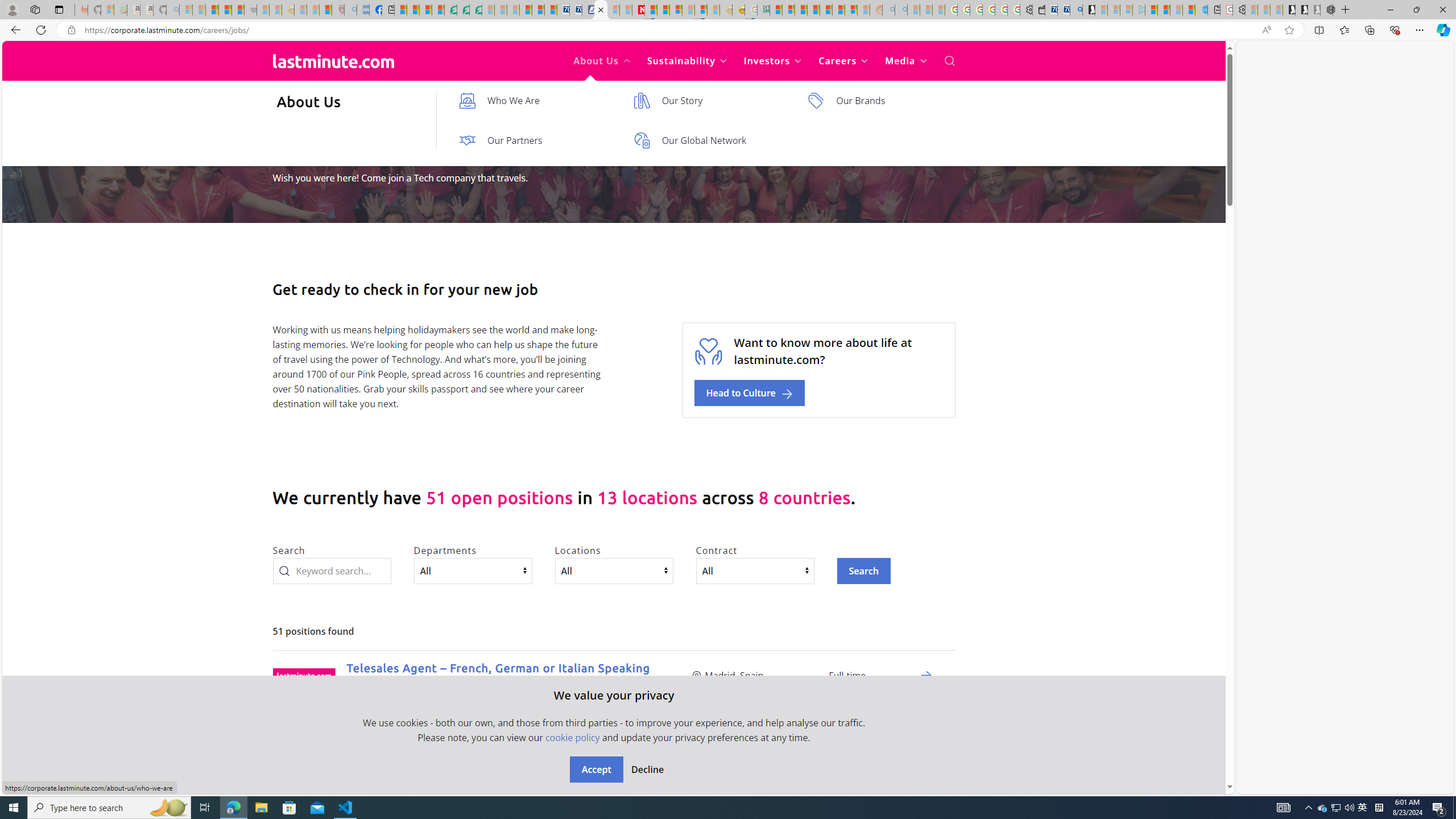  What do you see at coordinates (338, 9) in the screenshot?
I see `'Robert H. Shmerling, MD - Harvard Health - Sleeping'` at bounding box center [338, 9].